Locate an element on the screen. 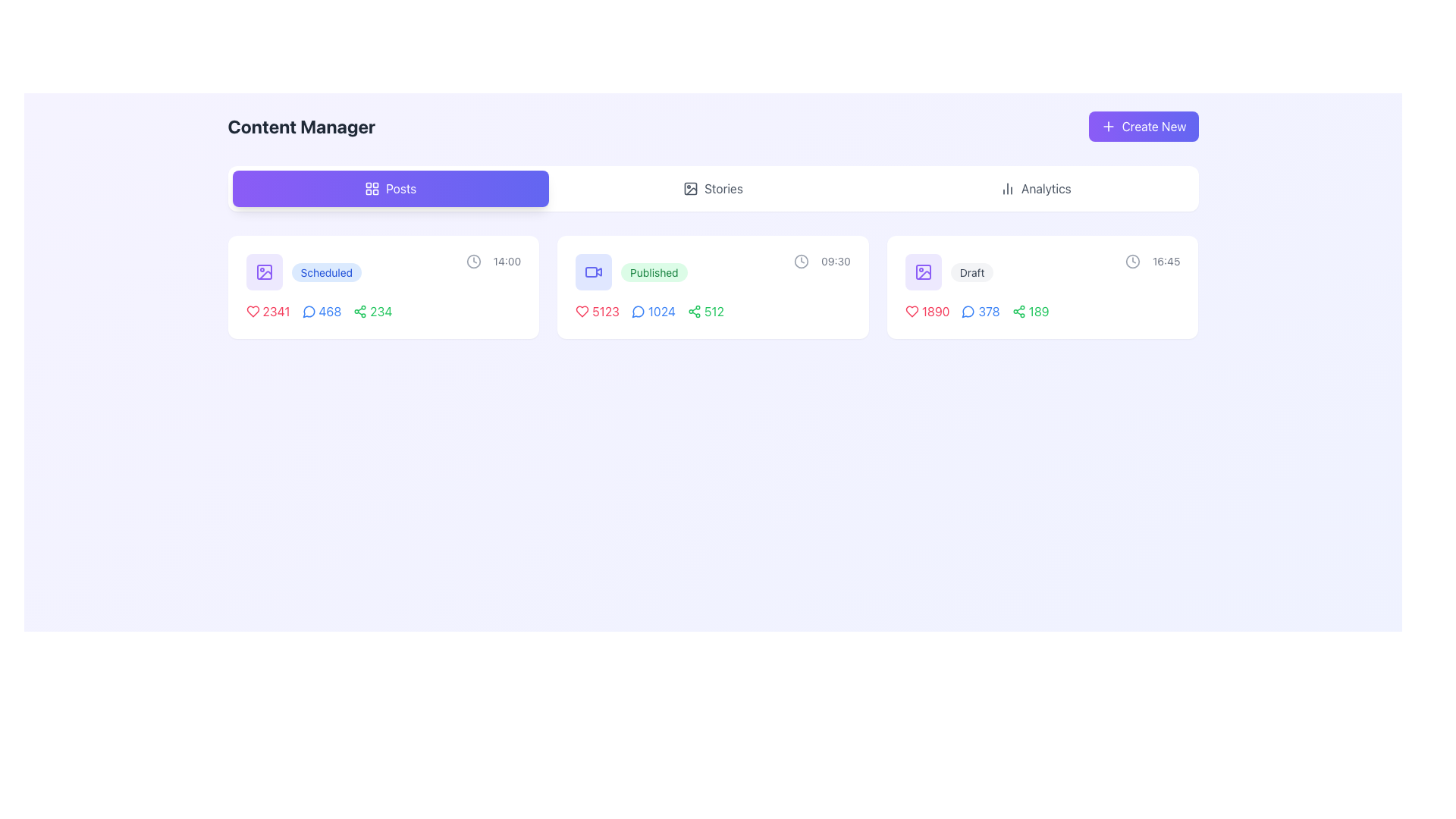  the 'Posts' text label, which is displayed in white on a vibrant gradient purple background, located near the center of the navigation bar is located at coordinates (401, 188).